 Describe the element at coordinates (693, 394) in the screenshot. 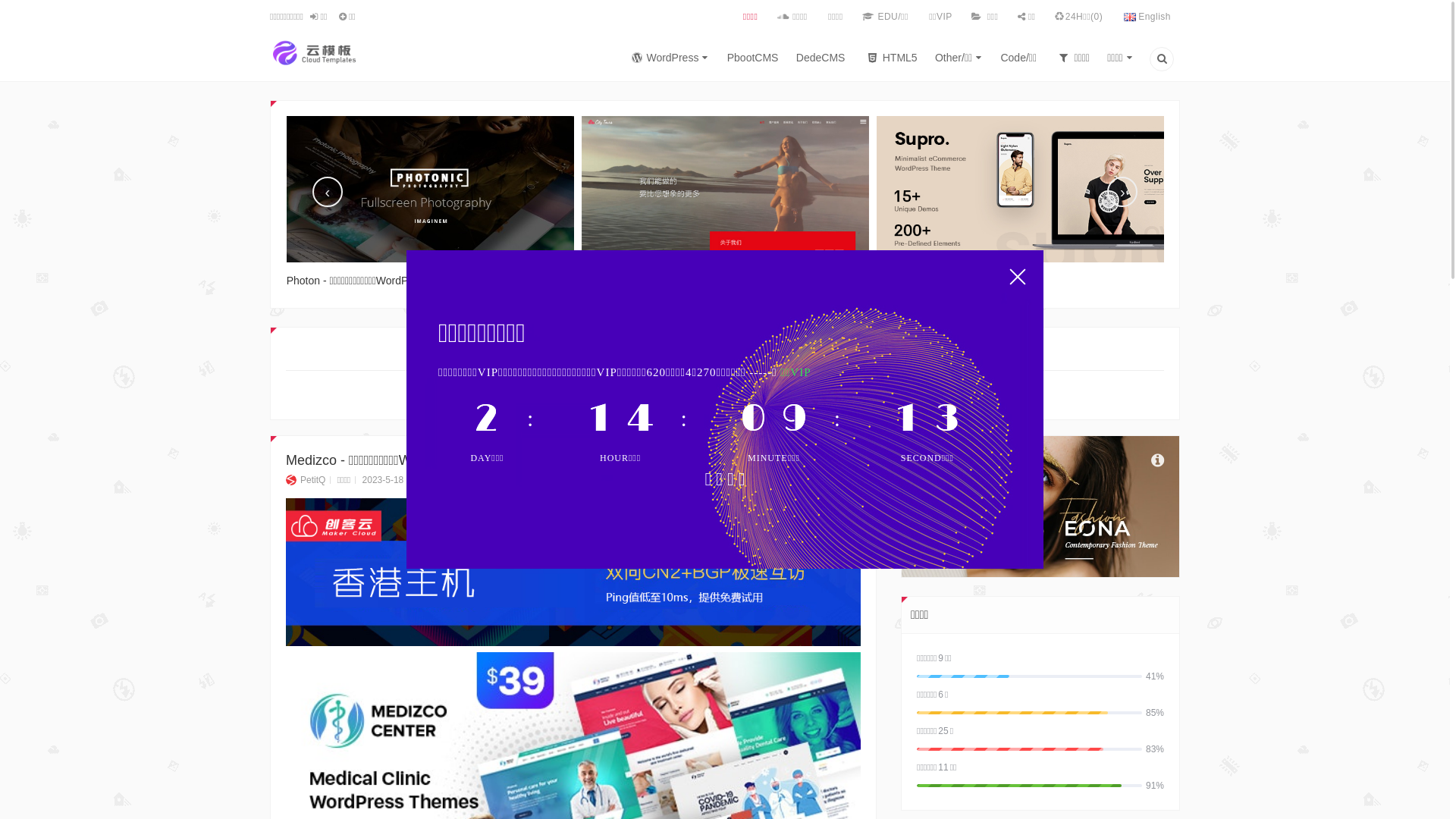

I see `'WordPress'` at that location.